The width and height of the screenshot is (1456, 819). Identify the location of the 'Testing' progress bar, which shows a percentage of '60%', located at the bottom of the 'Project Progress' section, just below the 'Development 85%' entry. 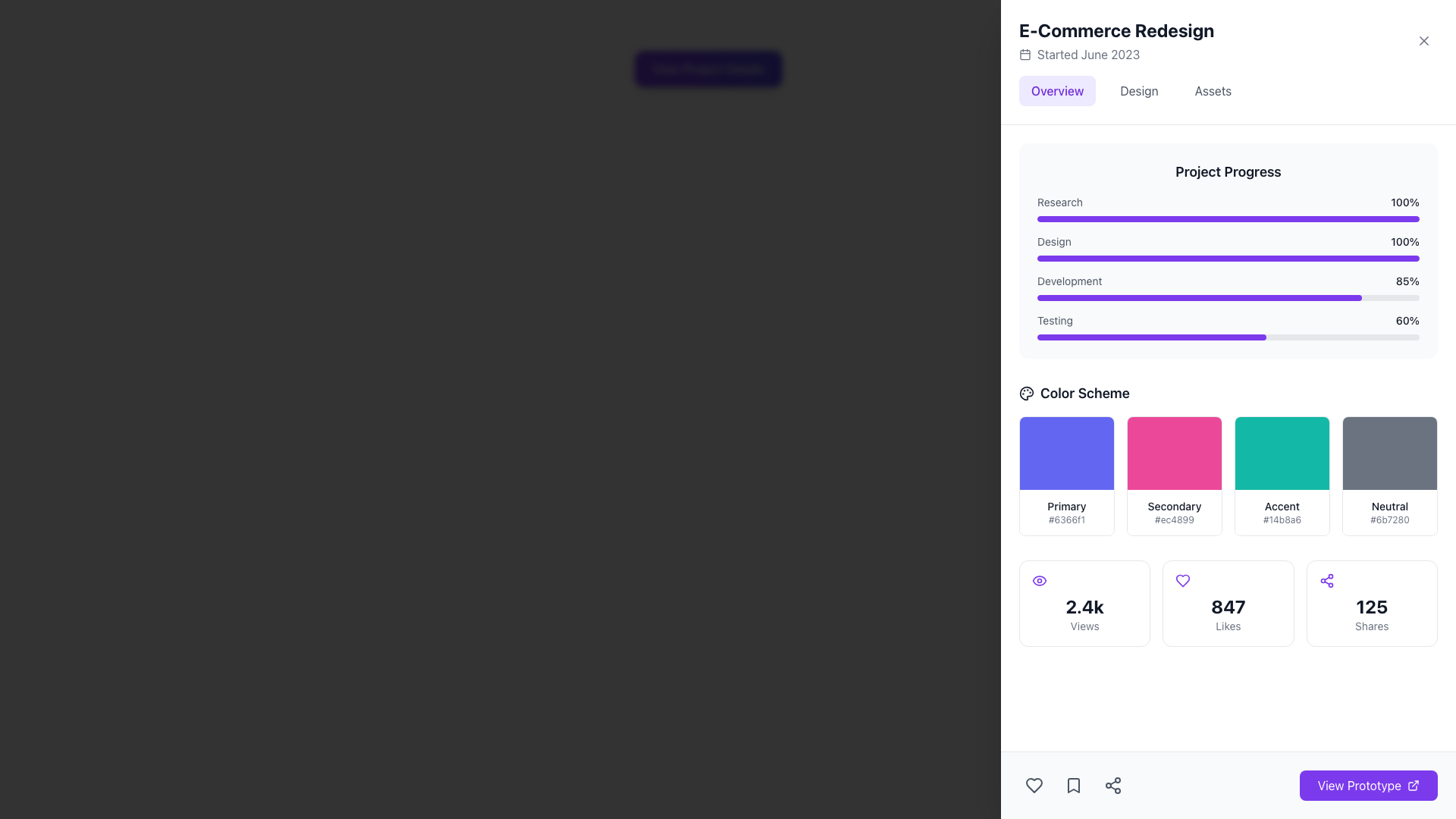
(1228, 326).